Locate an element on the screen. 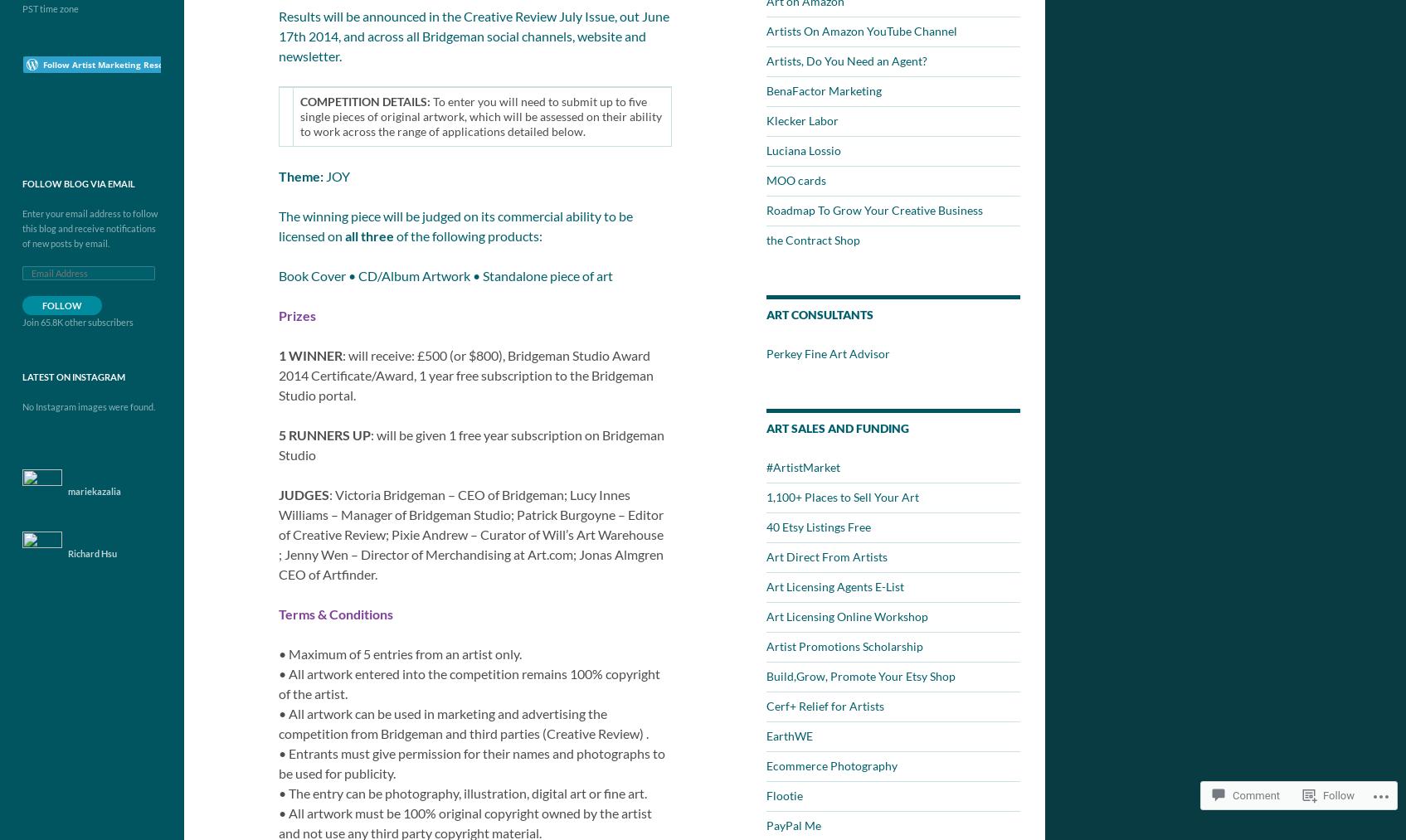  ': Victoria Bridgeman – CEO of Bridgeman; Lucy Innes Williams – Manager of Bridgeman Studio; Patrick Burgoyne – Editor of Creative Review; Pixie Andrew – Curator of Will’s Art Warehouse ; Jenny Wen – Director of Merchandising at Art.com; Jonas Almgren CEO of Artfinder.' is located at coordinates (470, 533).